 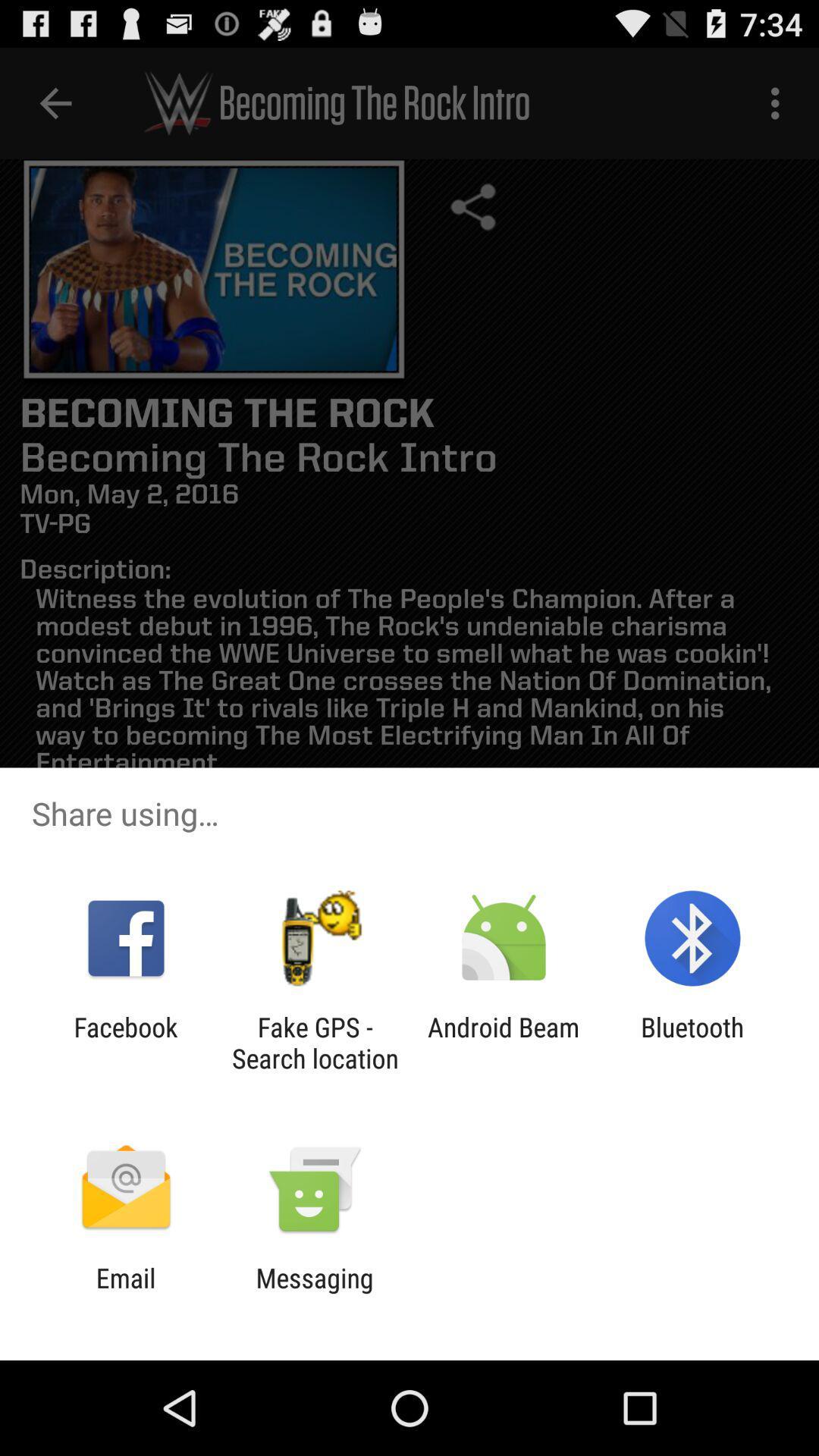 I want to click on the icon next to the fake gps search icon, so click(x=504, y=1042).